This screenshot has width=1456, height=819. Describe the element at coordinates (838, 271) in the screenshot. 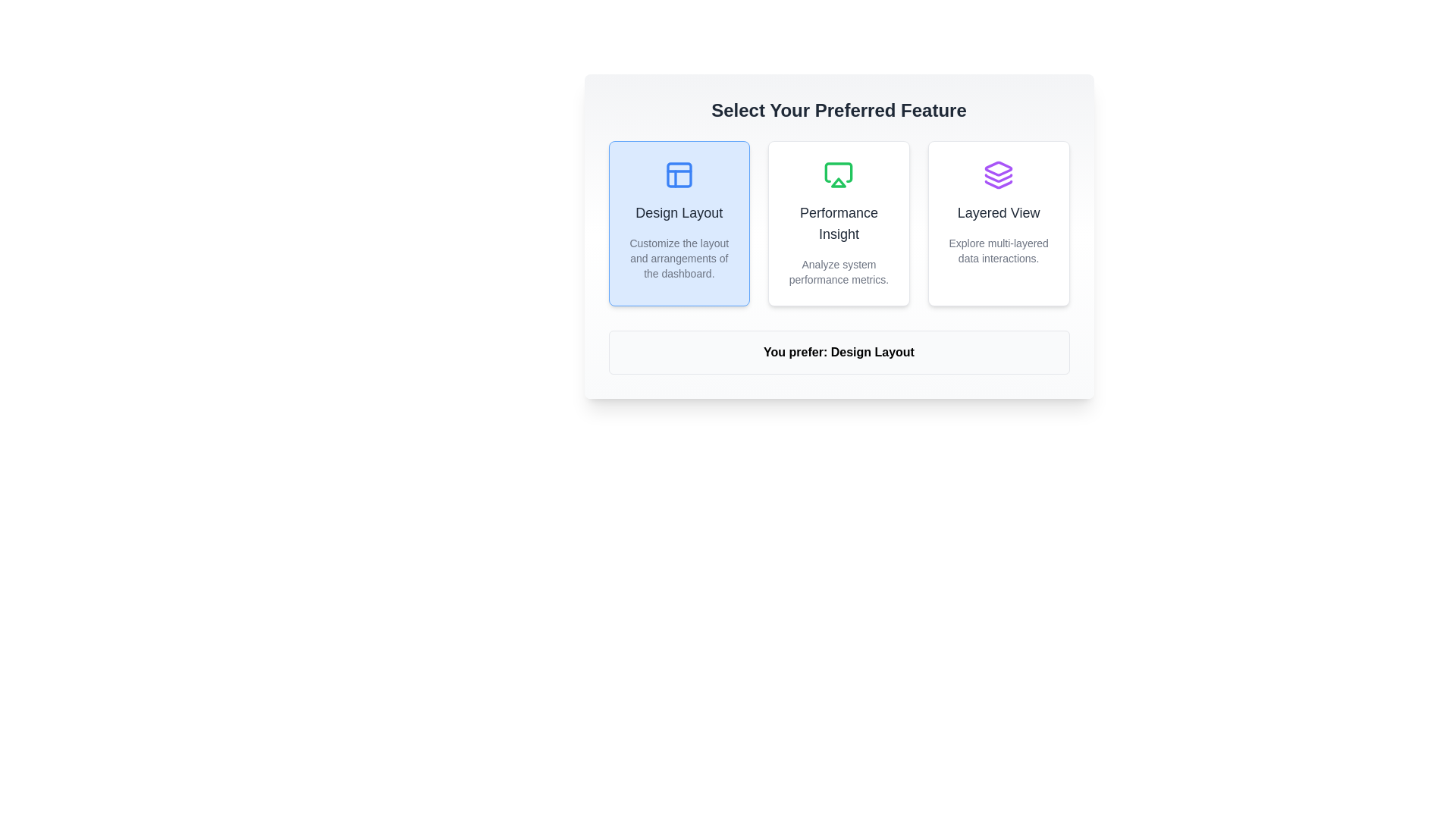

I see `the descriptive text label located below the 'Performance Insight' title within the center column of the layout` at that location.